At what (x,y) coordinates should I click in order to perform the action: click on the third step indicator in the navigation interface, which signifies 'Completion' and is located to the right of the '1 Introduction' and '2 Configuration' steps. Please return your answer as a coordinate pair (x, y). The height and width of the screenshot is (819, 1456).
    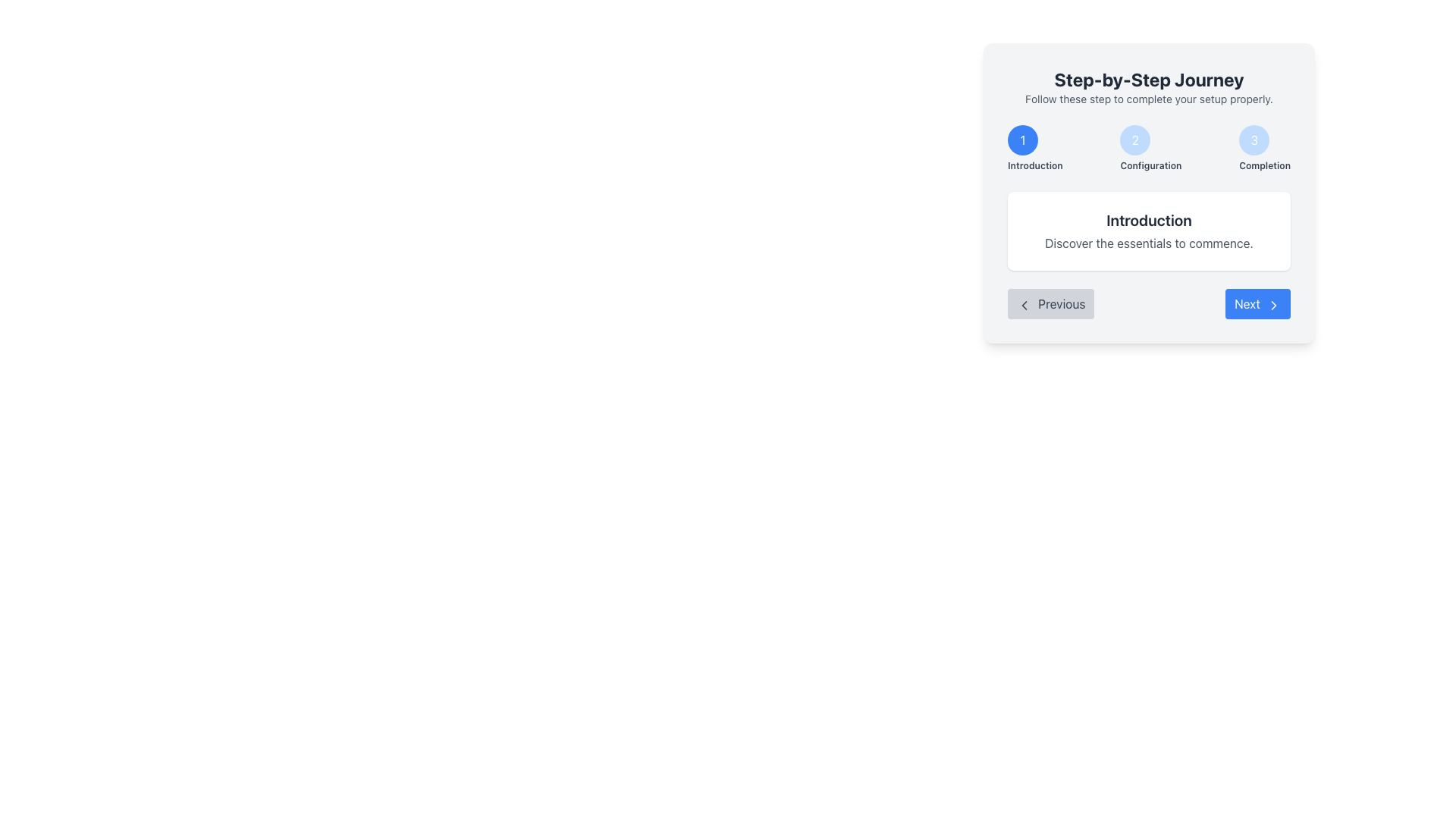
    Looking at the image, I should click on (1265, 149).